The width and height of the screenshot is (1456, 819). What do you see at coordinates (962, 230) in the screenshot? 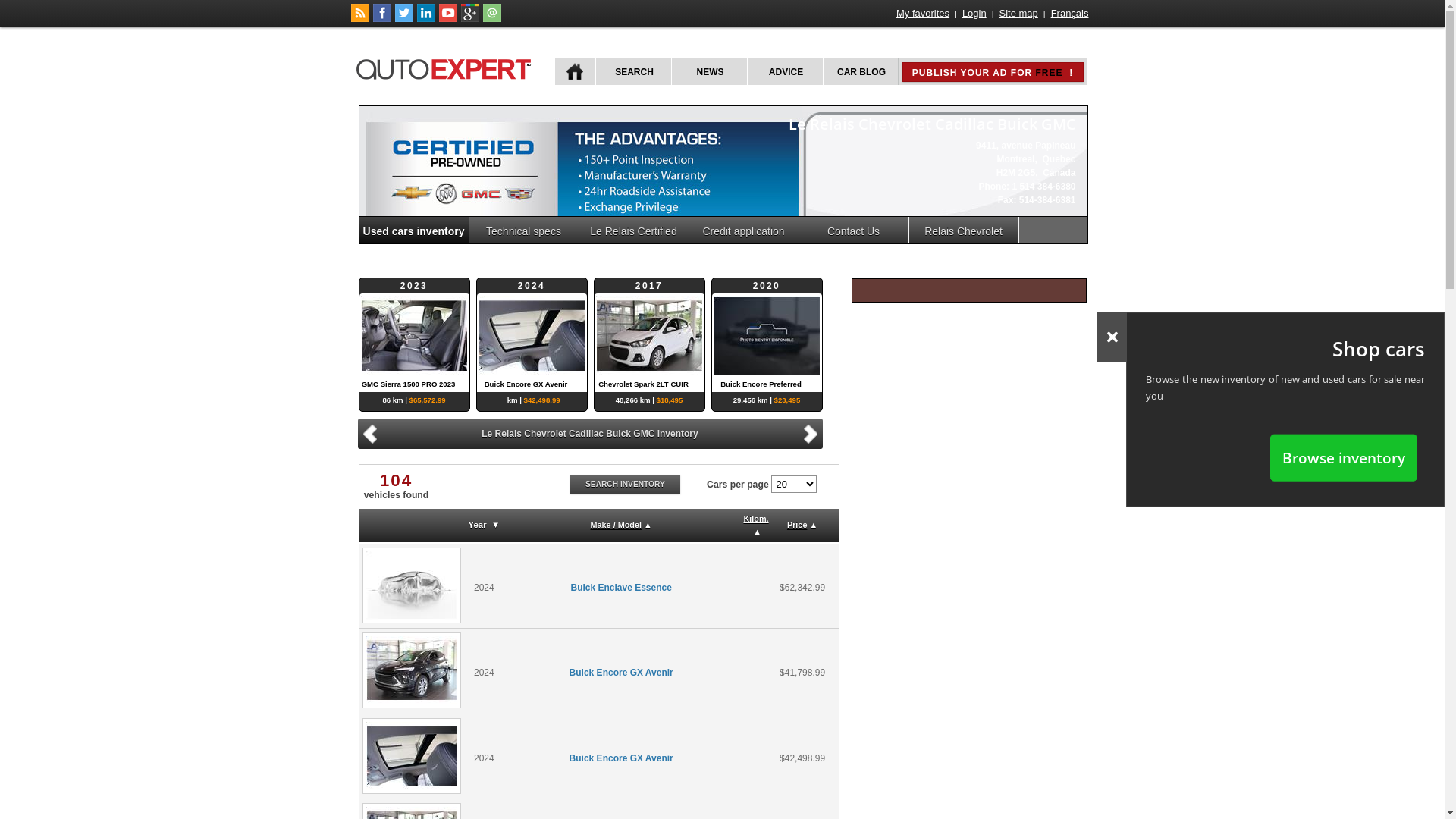
I see `'Relais Chevrolet'` at bounding box center [962, 230].